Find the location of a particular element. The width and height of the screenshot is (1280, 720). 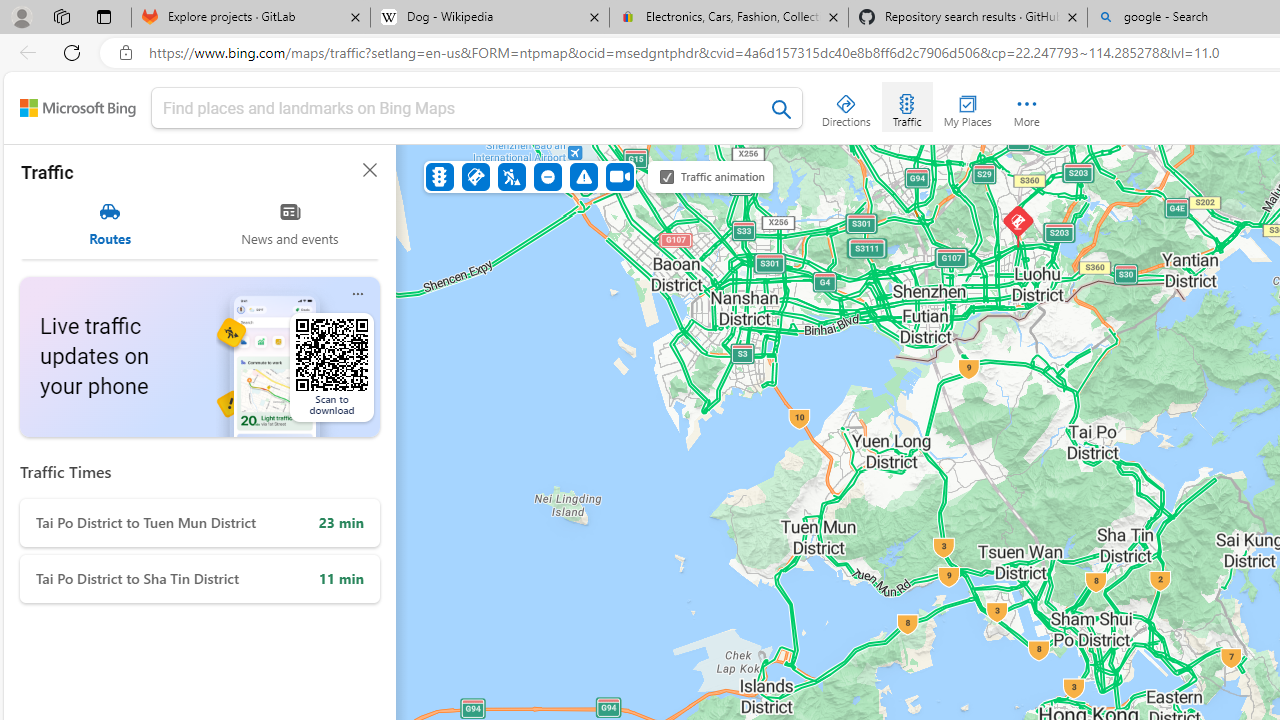

'Class: inputbox' is located at coordinates (476, 111).